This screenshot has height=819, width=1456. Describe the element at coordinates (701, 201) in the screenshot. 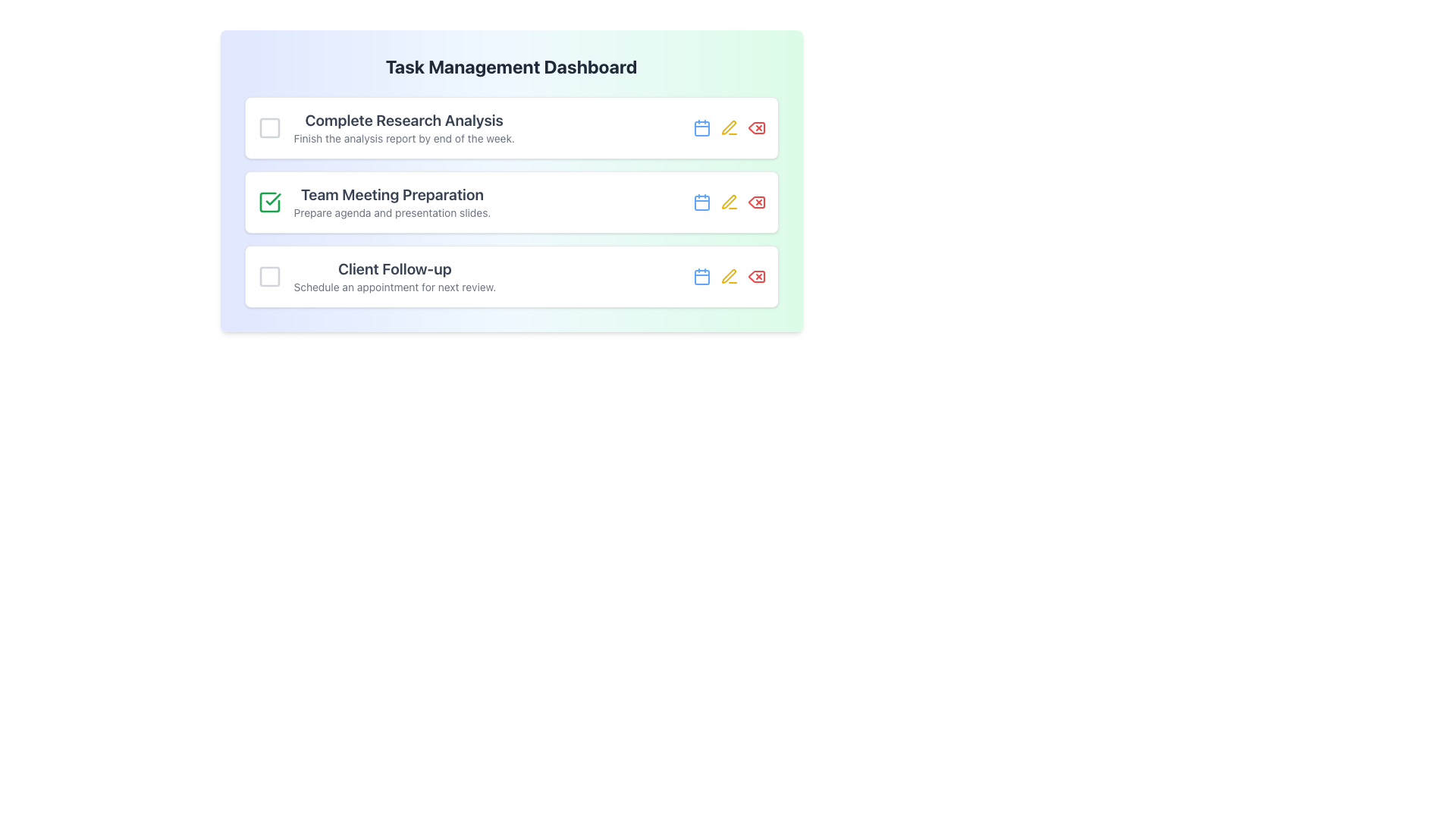

I see `the calendar icon located in the second task row, to the right of the task title text` at that location.